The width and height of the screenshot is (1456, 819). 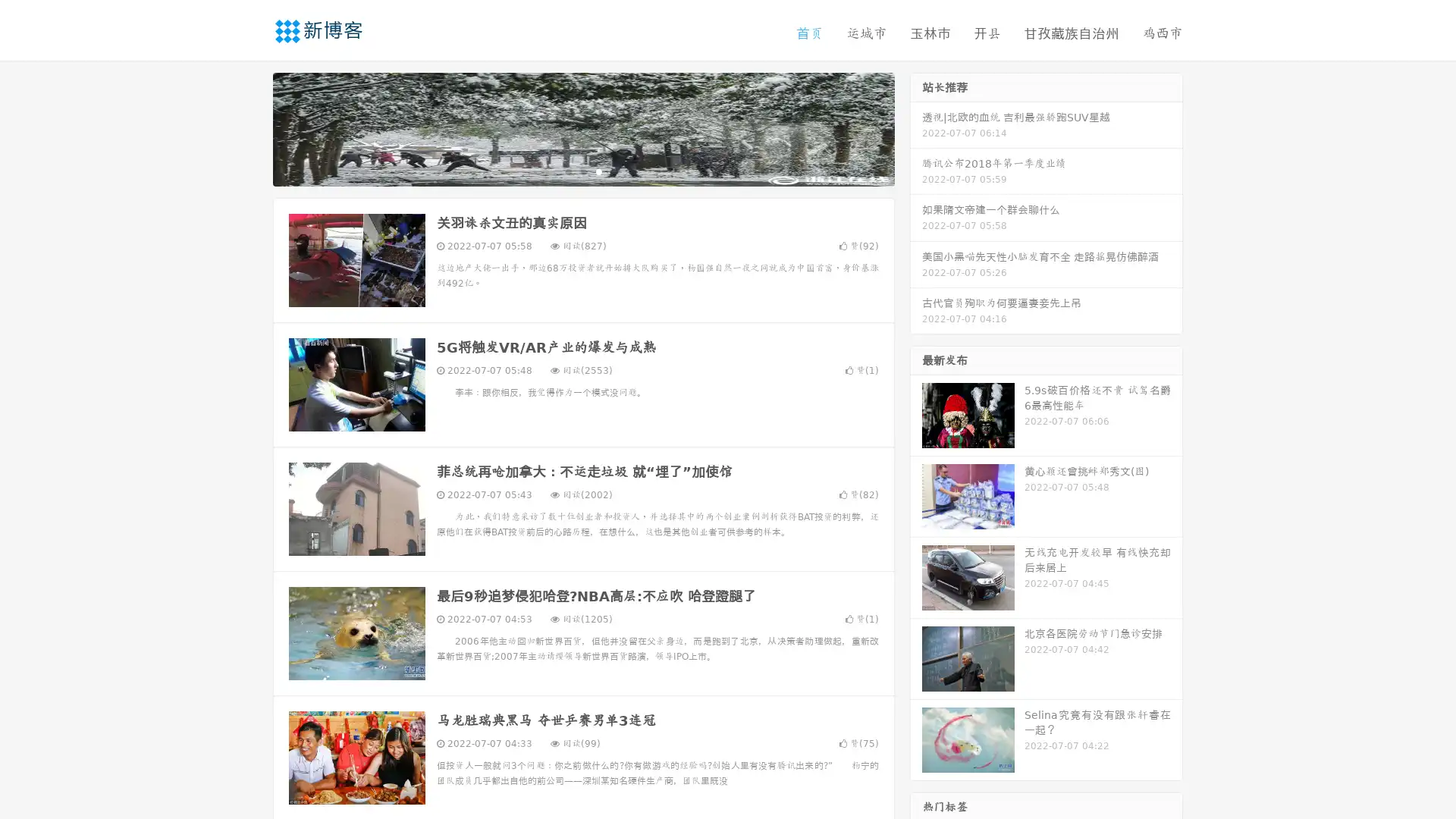 What do you see at coordinates (916, 127) in the screenshot?
I see `Next slide` at bounding box center [916, 127].